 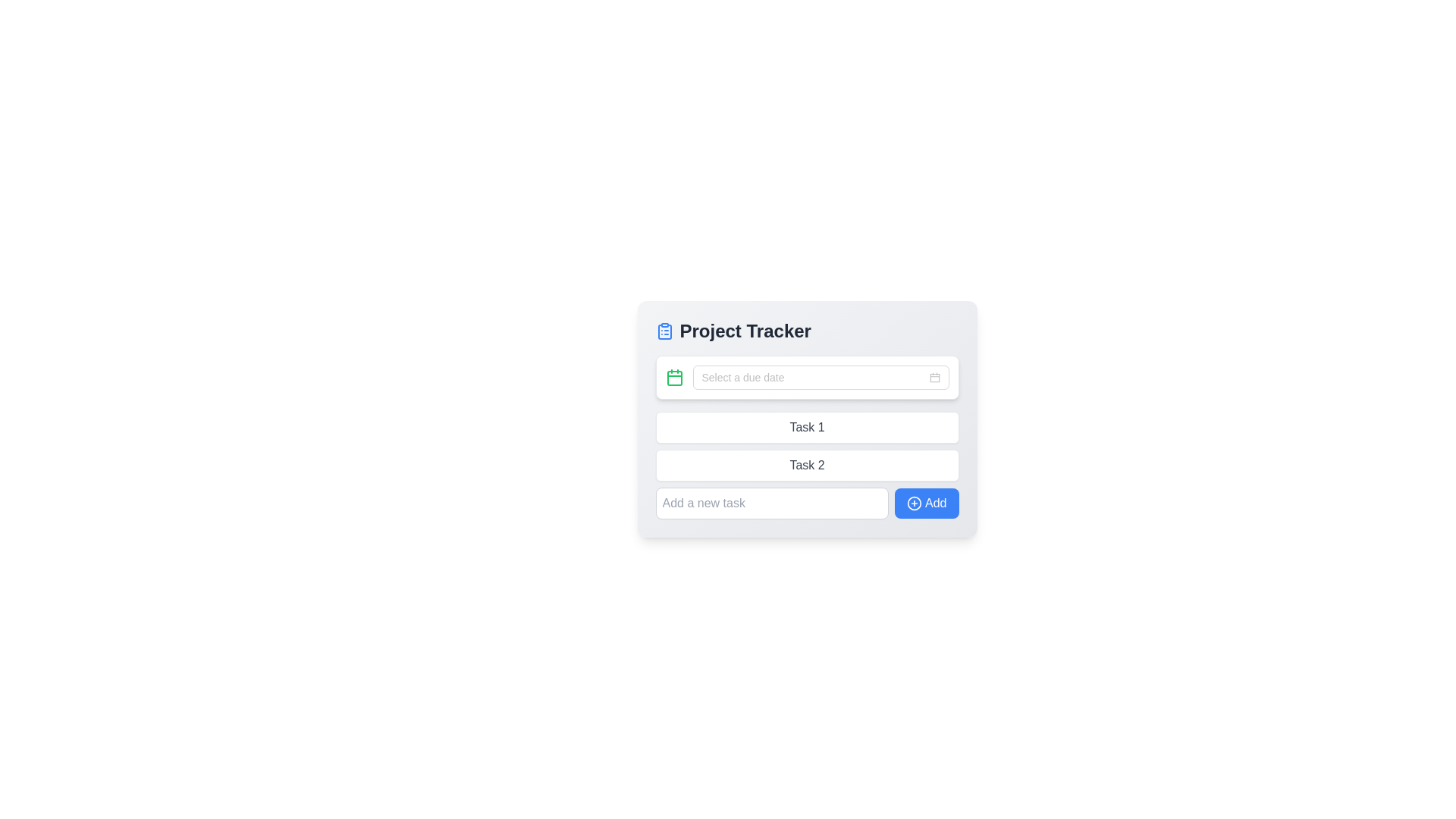 What do you see at coordinates (673, 376) in the screenshot?
I see `the green calendar icon located to the left of the input field labeled 'Select a due date' in the Project Tracker card interface` at bounding box center [673, 376].